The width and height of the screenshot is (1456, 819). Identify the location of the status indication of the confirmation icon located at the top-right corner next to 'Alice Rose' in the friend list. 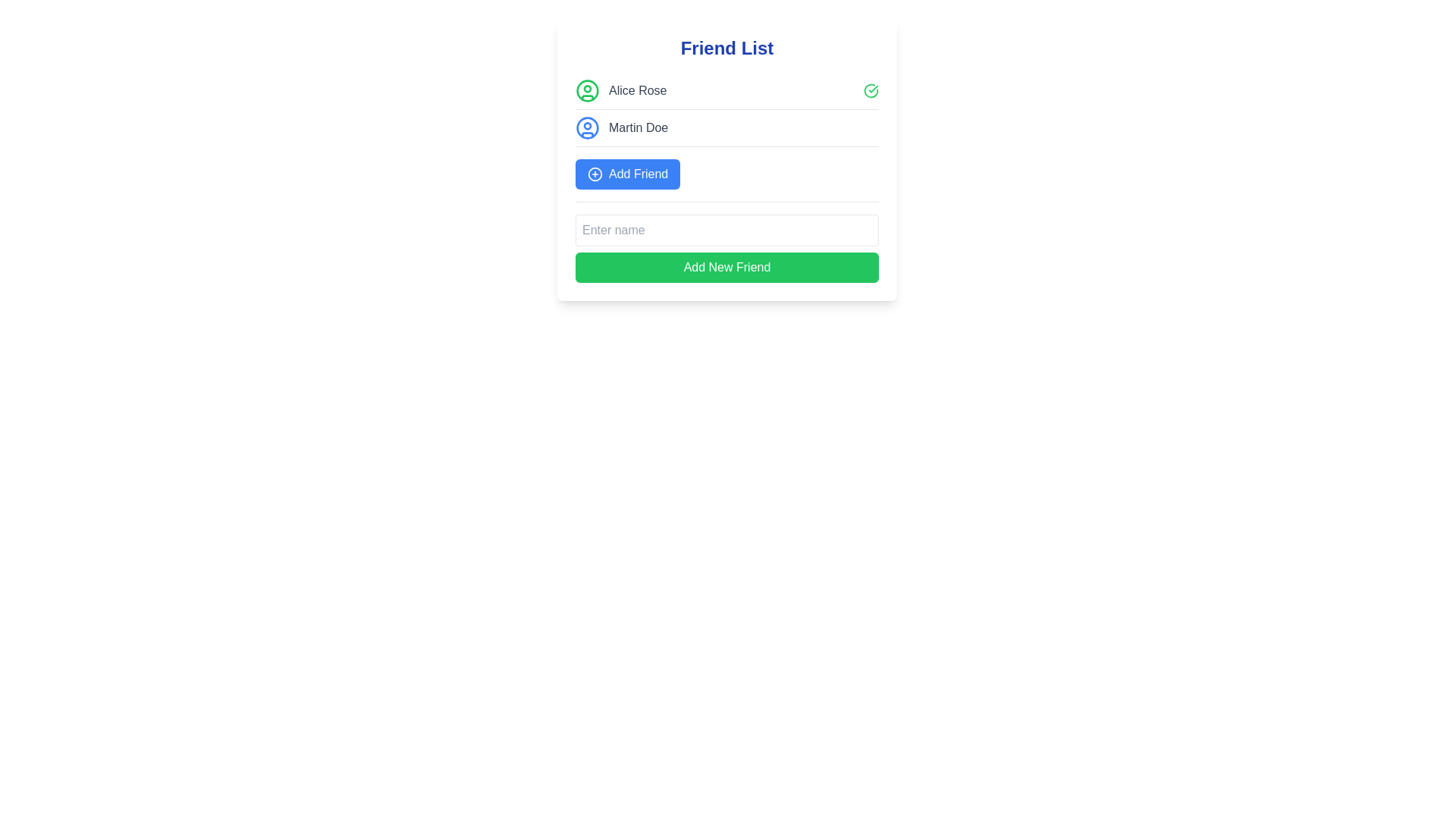
(871, 90).